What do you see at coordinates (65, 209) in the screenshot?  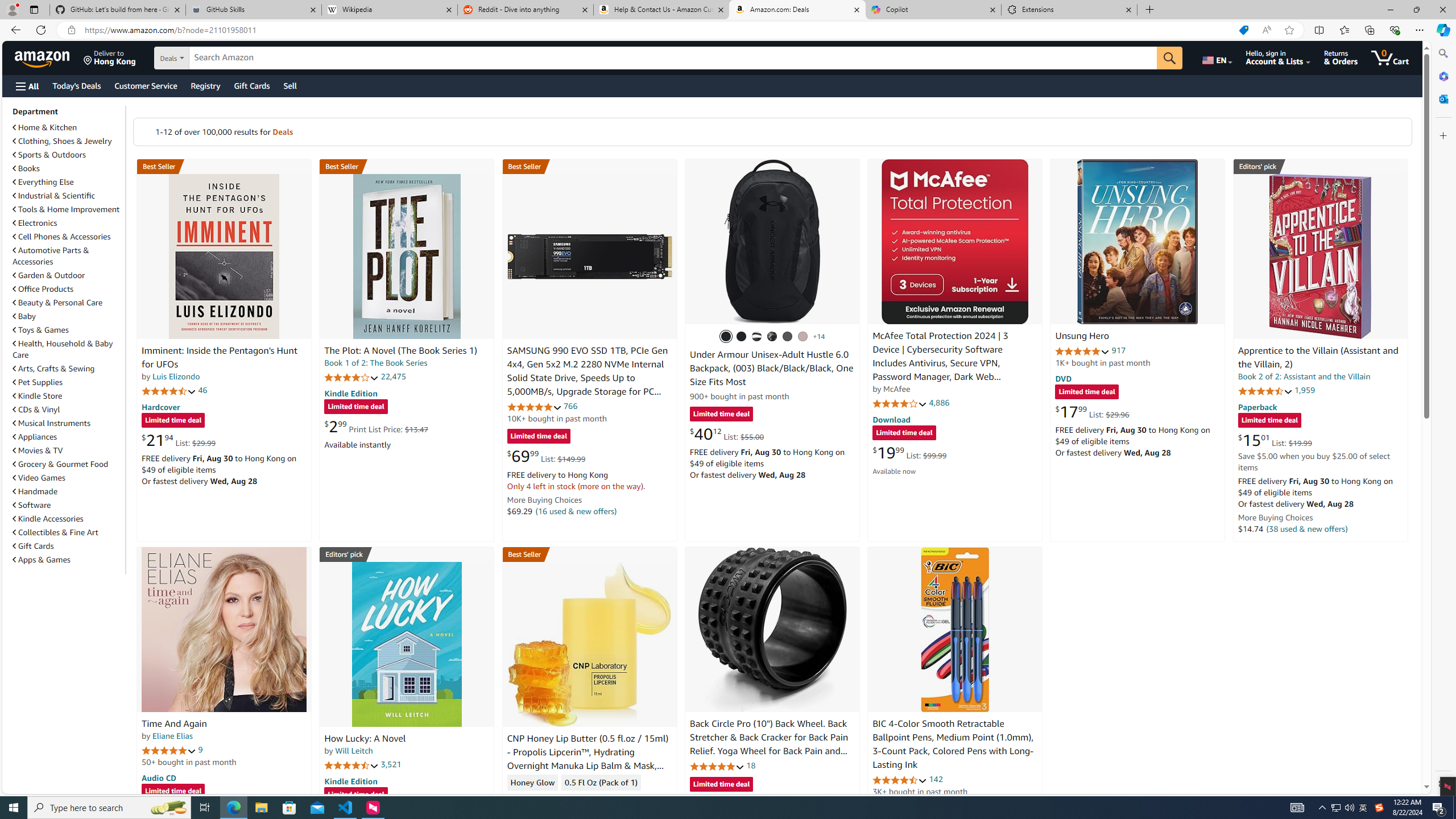 I see `'Tools & Home Improvement'` at bounding box center [65, 209].